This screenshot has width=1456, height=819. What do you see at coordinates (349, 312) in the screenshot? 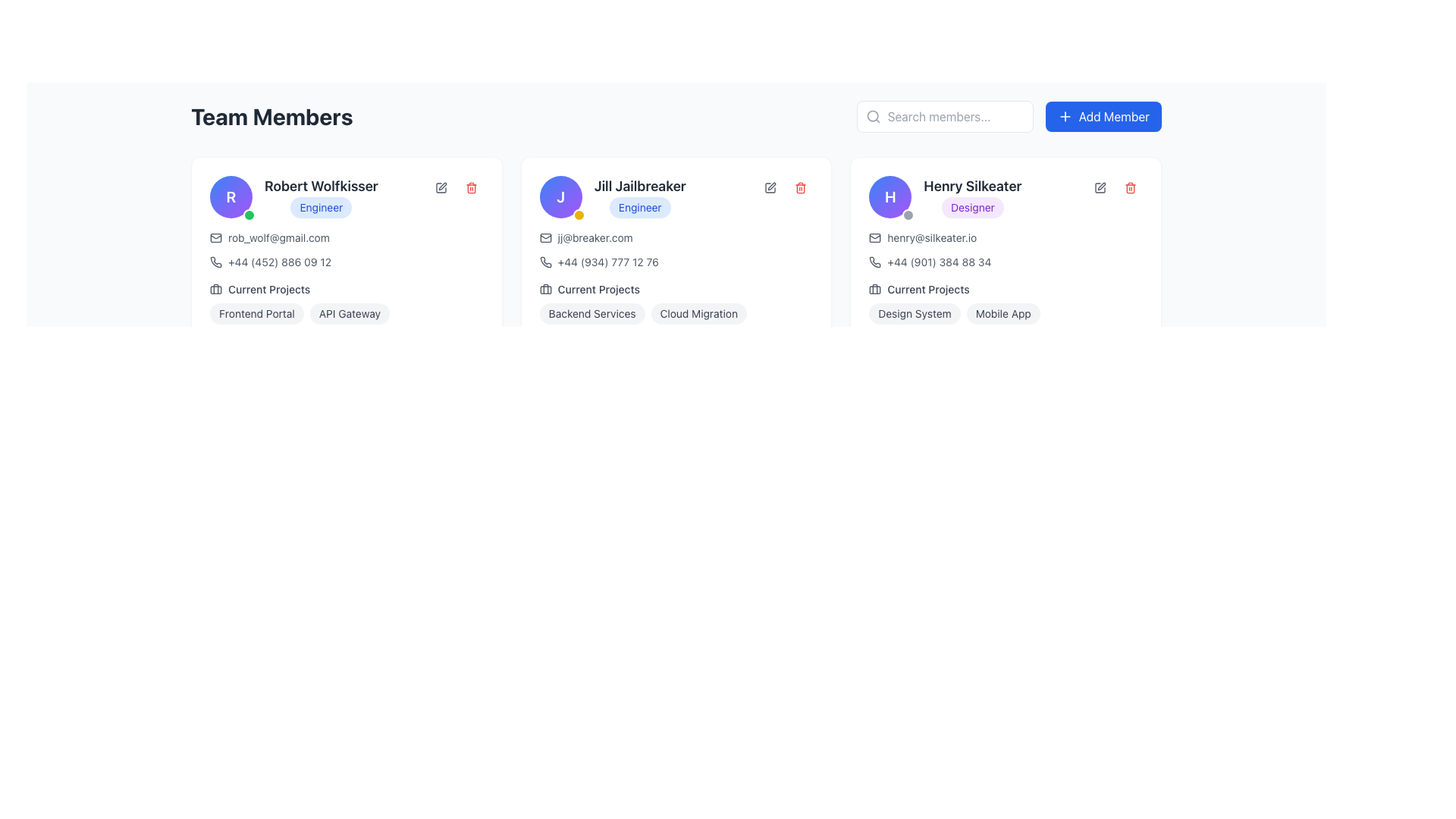
I see `the second label in the 'Current Projects' section of Robert Wolfkisser's profile card, which categorizes or describes the user's project involvement` at bounding box center [349, 312].